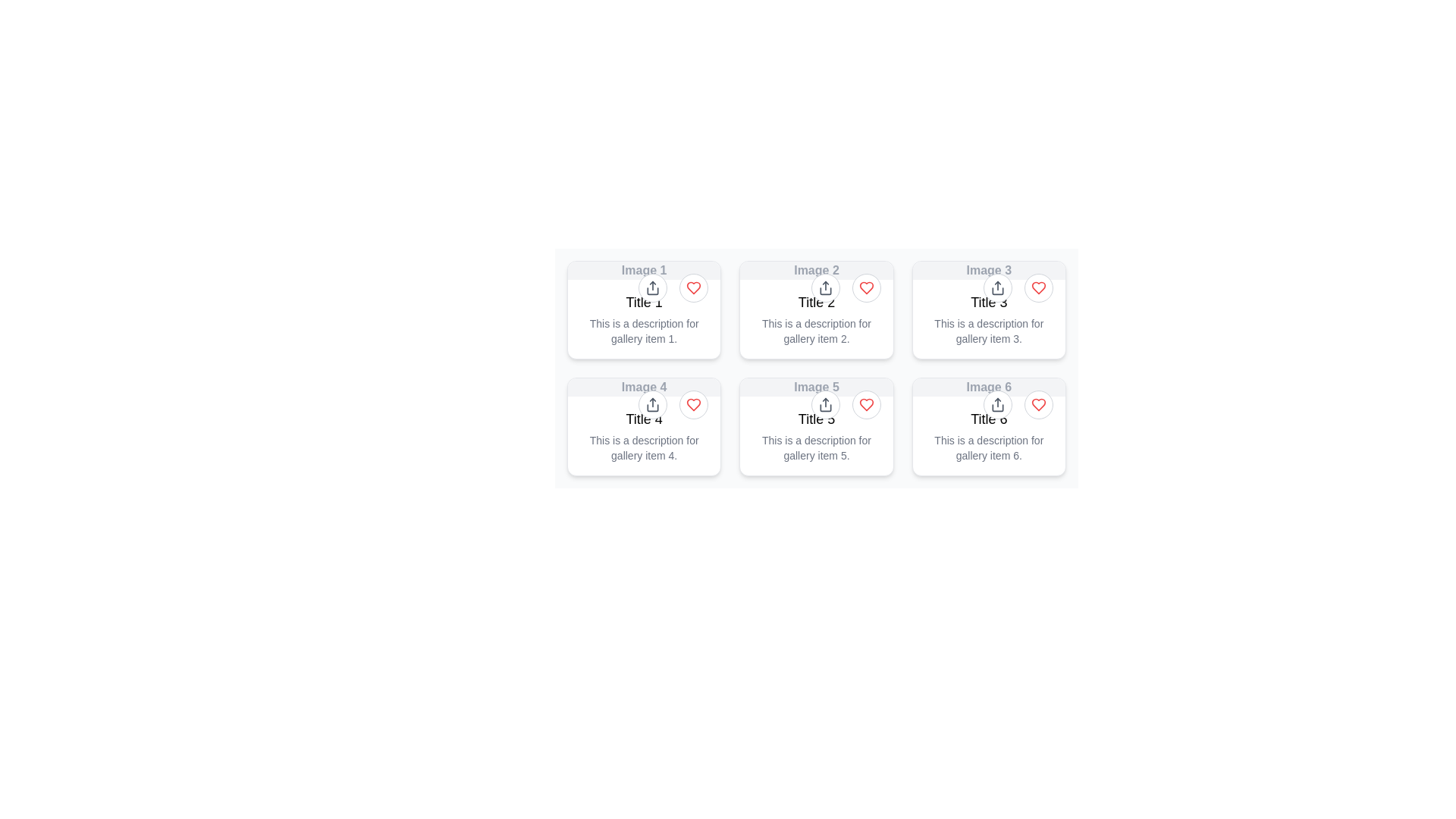 Image resolution: width=1456 pixels, height=819 pixels. I want to click on the first gallery card in the second row of the grid layout, located below 'Image 1', so click(644, 427).